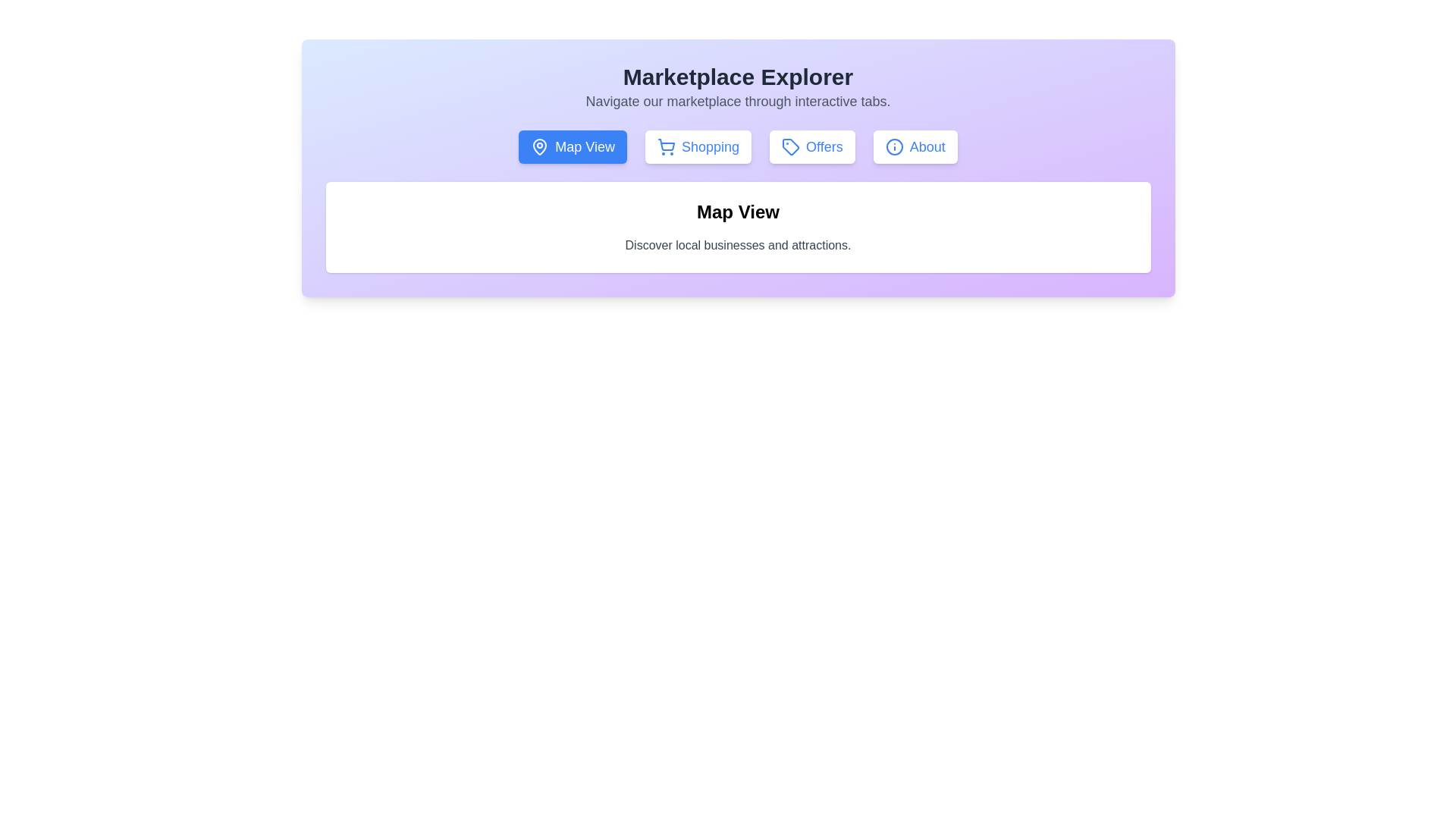  What do you see at coordinates (572, 146) in the screenshot?
I see `the tab labeled Map View to view its content` at bounding box center [572, 146].